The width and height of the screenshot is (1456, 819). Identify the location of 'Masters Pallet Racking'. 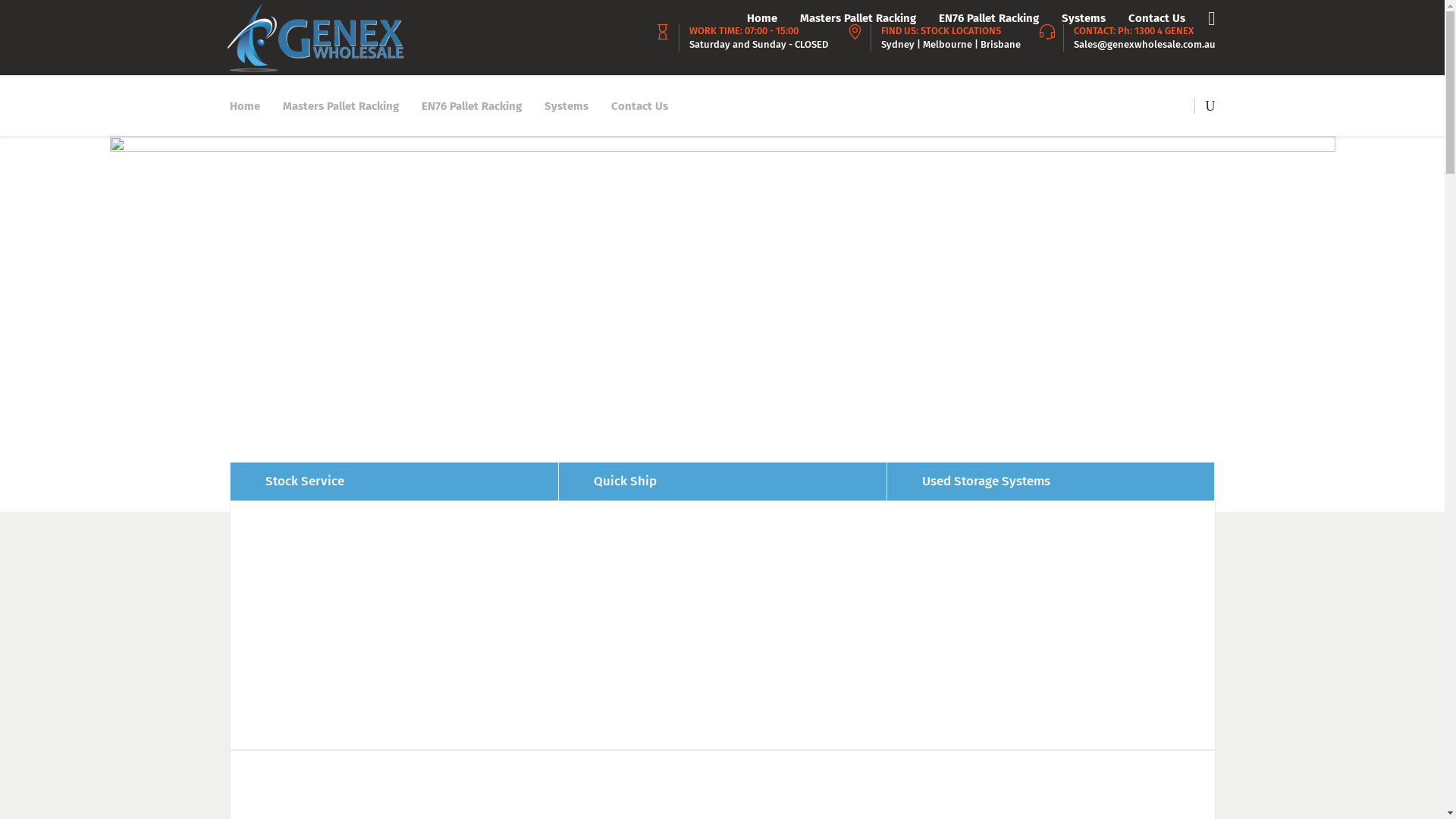
(340, 105).